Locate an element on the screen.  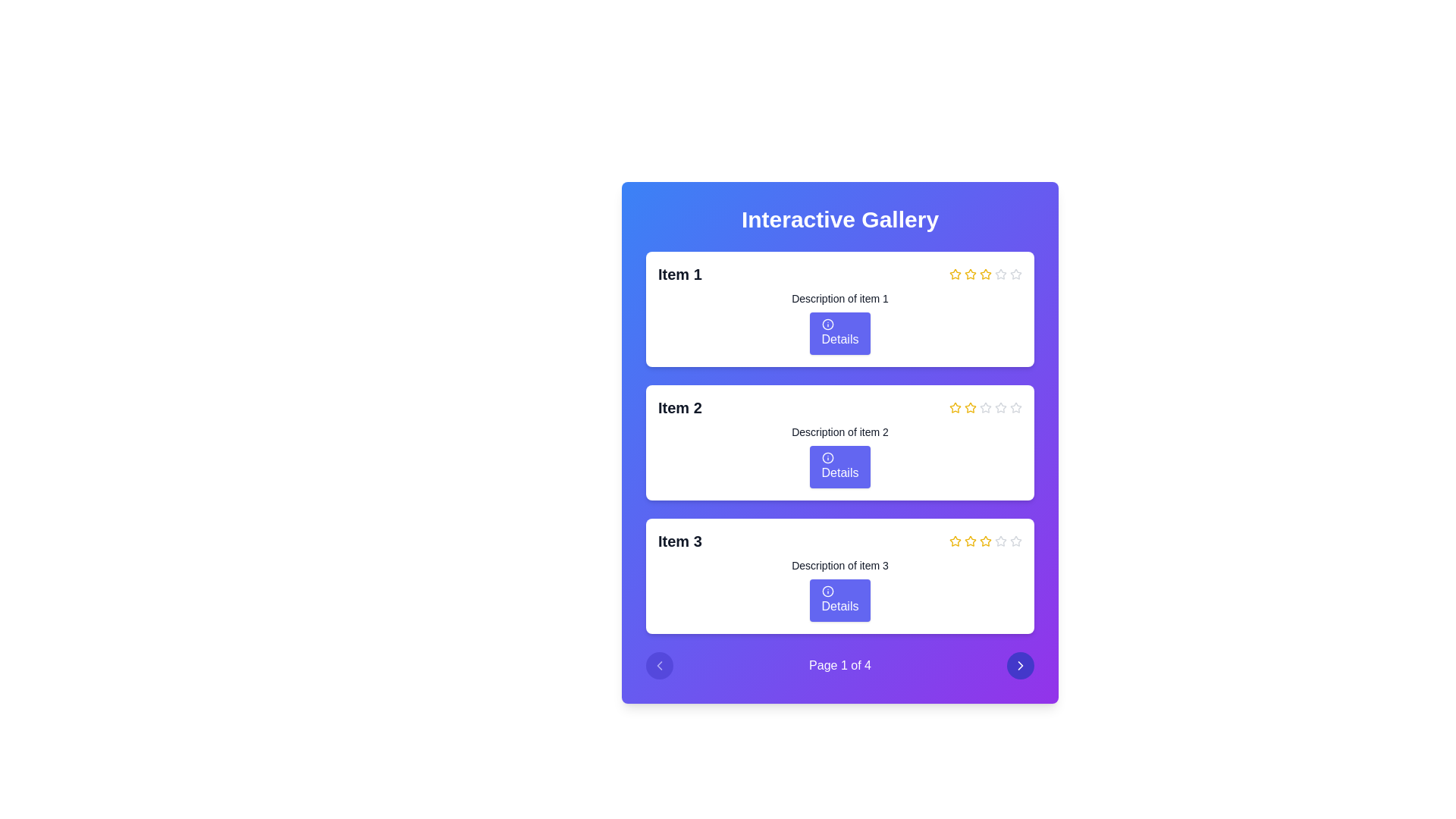
the first yellow star icon in the rating sequence, which indicates a selection for rating the item labeled 'Item 3' is located at coordinates (954, 540).